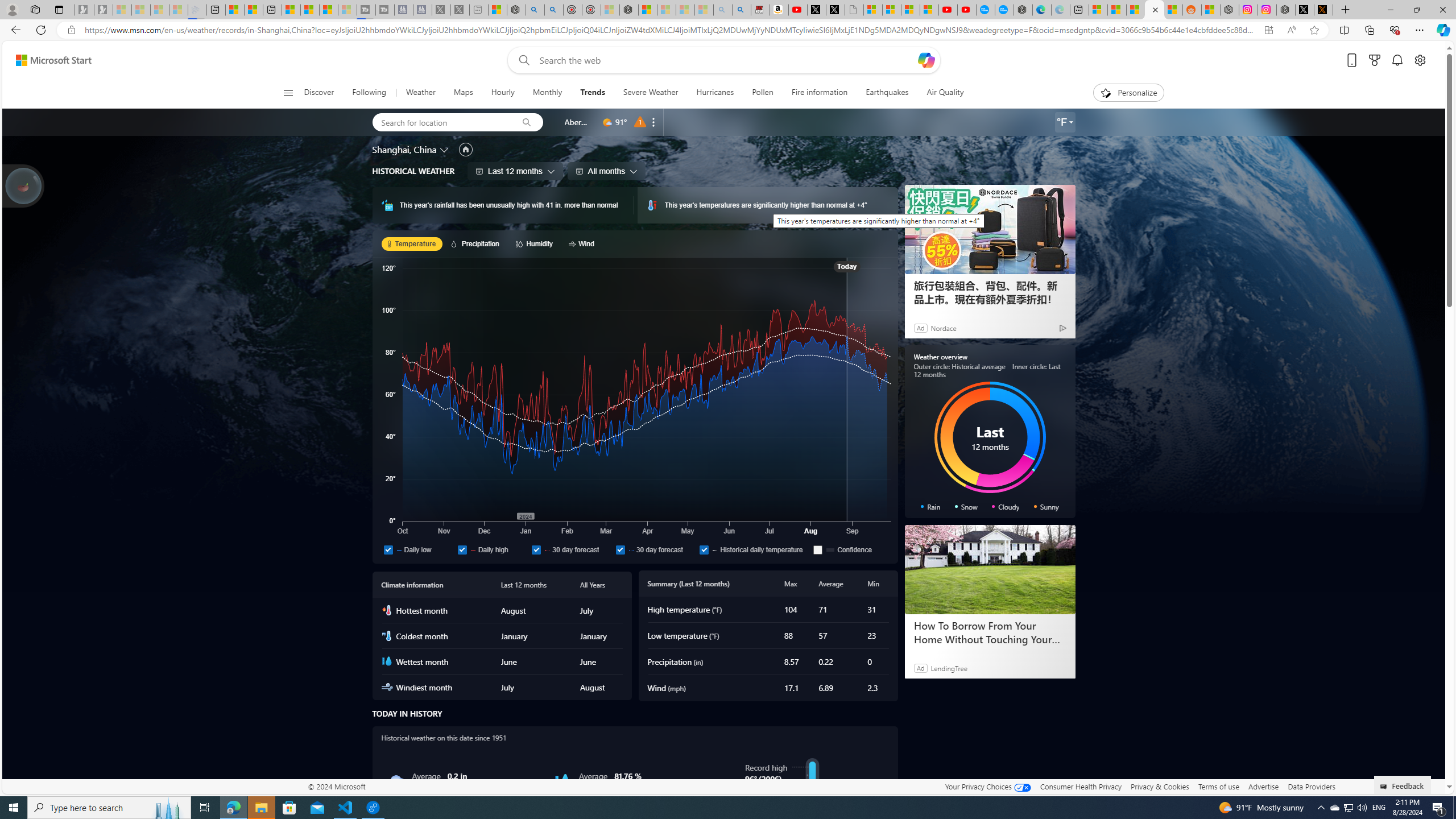  I want to click on 'X - Sleeping', so click(459, 9).